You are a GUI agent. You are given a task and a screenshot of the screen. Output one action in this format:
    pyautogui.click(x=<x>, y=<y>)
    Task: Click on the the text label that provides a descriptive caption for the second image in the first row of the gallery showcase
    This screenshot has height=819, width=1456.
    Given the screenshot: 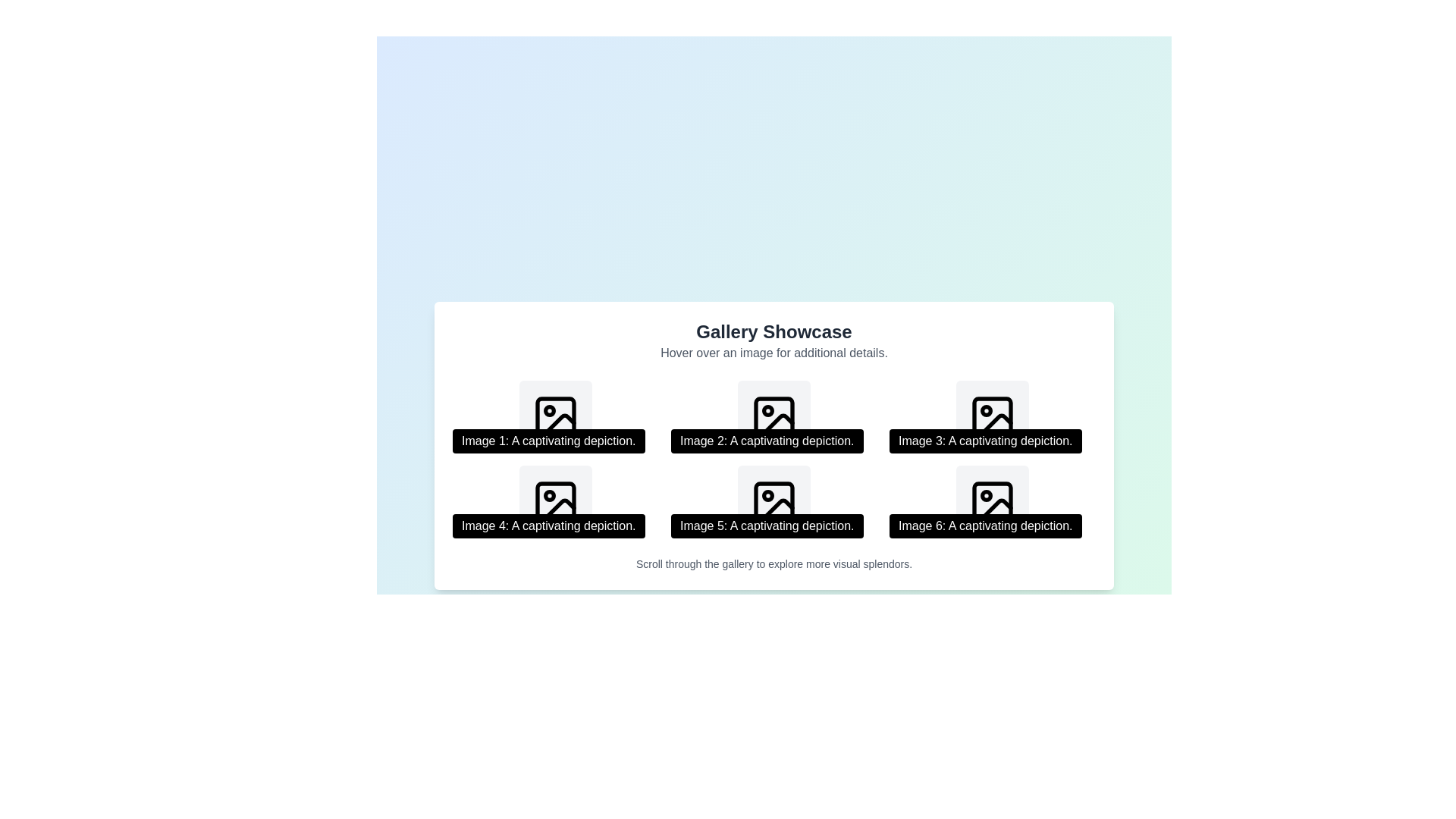 What is the action you would take?
    pyautogui.click(x=767, y=441)
    